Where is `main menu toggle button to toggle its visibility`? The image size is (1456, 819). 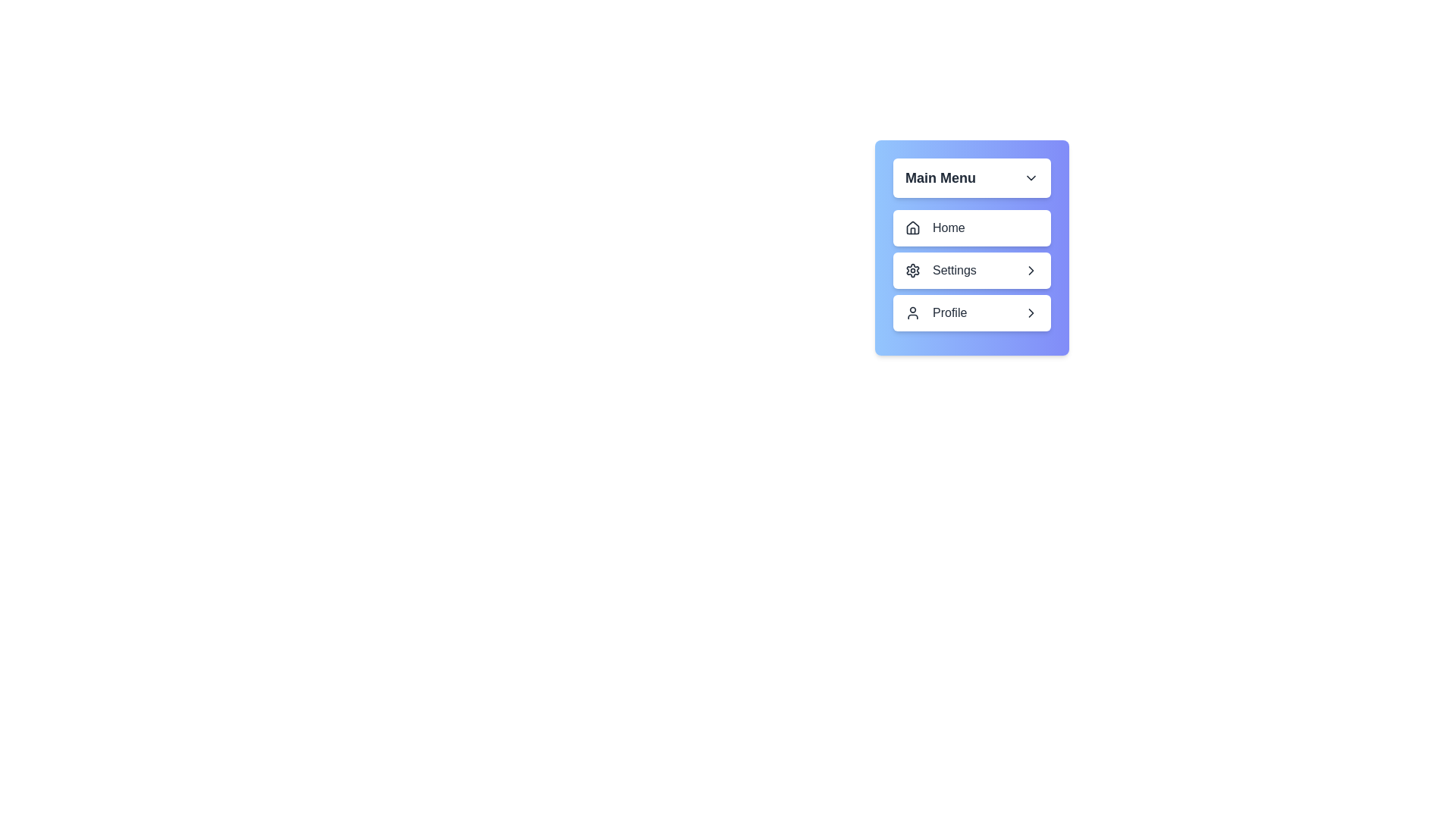
main menu toggle button to toggle its visibility is located at coordinates (971, 177).